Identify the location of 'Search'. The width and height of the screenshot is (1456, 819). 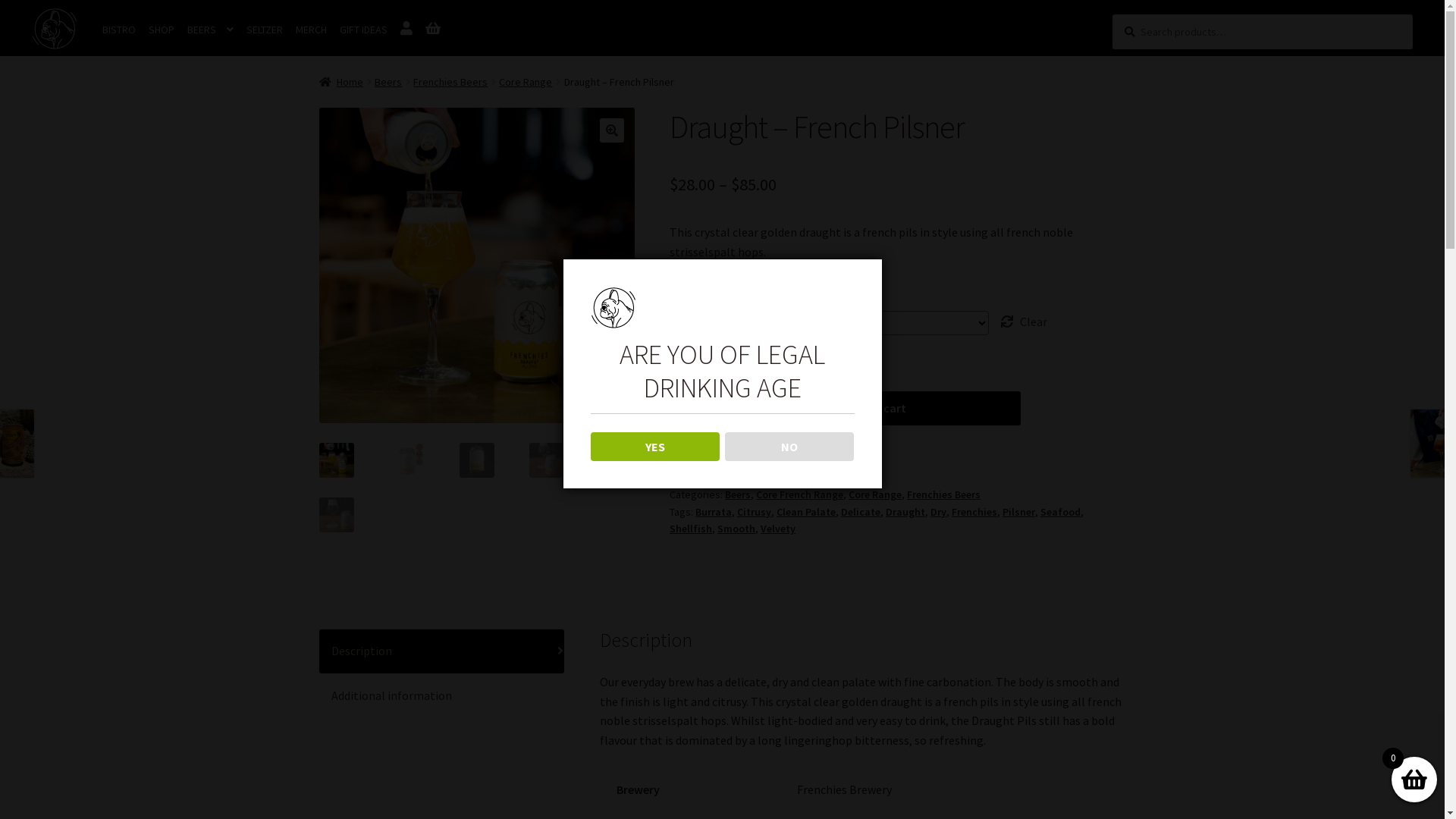
(1112, 14).